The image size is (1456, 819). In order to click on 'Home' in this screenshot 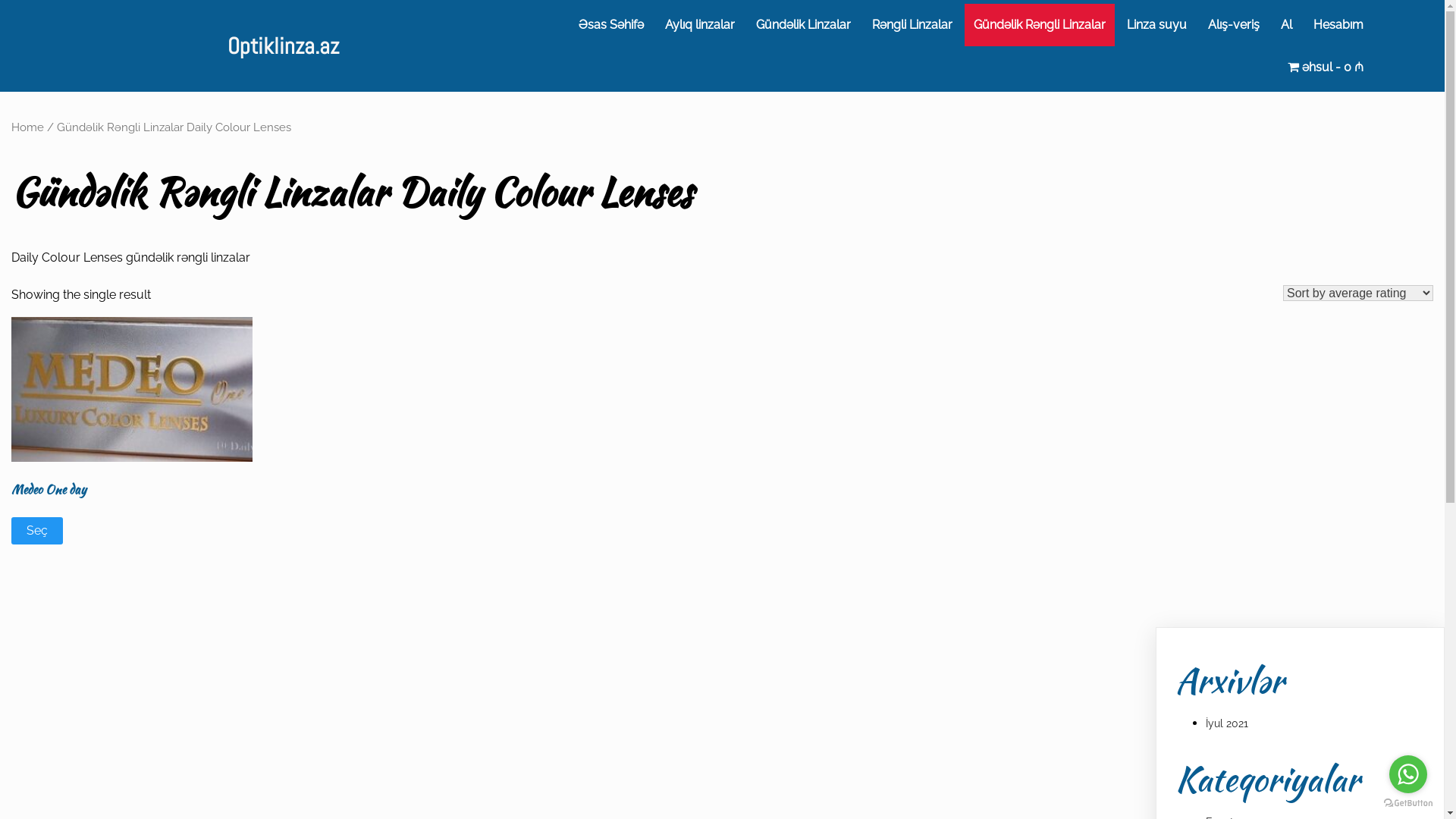, I will do `click(27, 126)`.